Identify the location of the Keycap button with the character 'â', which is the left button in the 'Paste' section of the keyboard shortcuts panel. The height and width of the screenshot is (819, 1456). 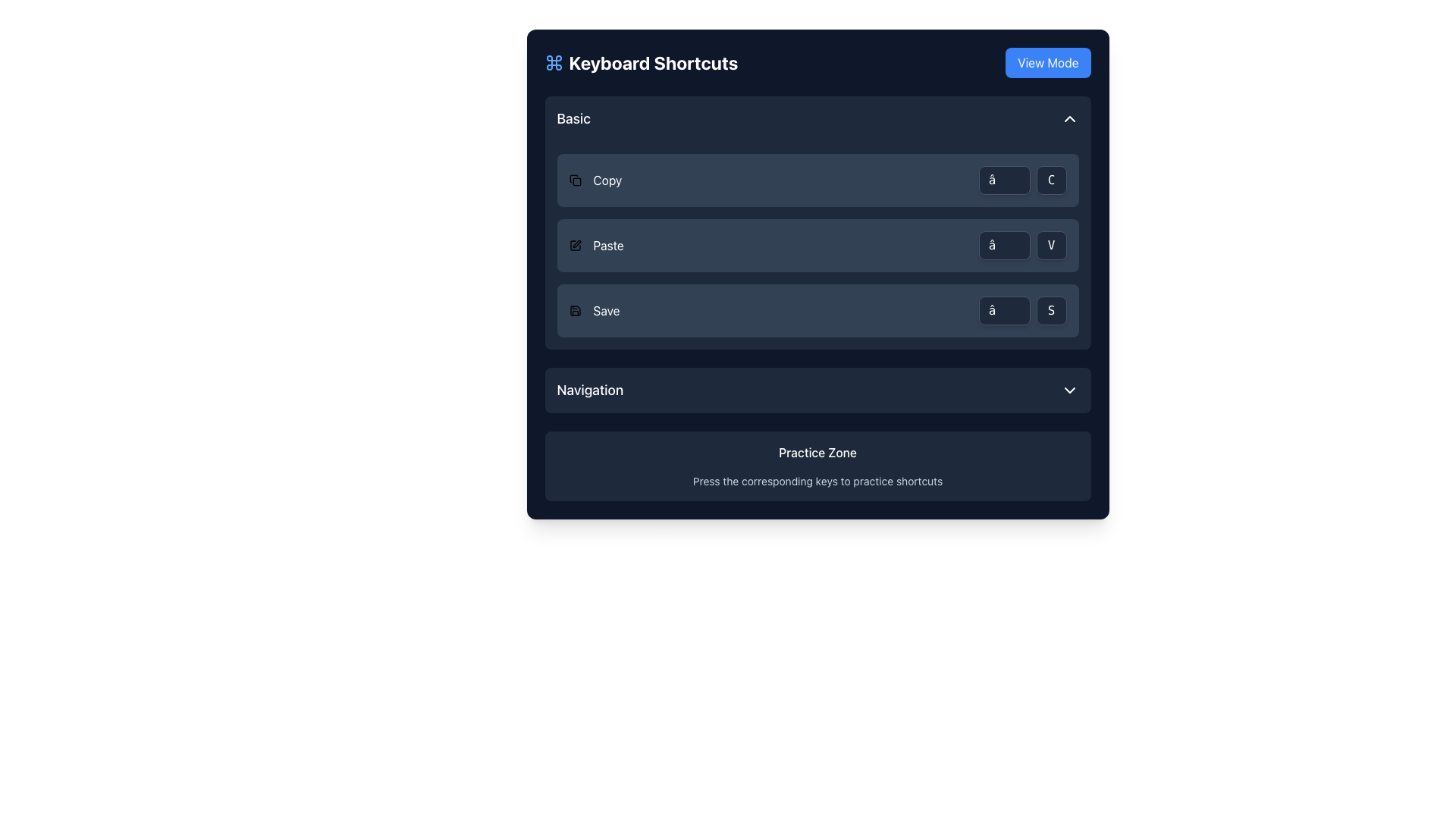
(1004, 245).